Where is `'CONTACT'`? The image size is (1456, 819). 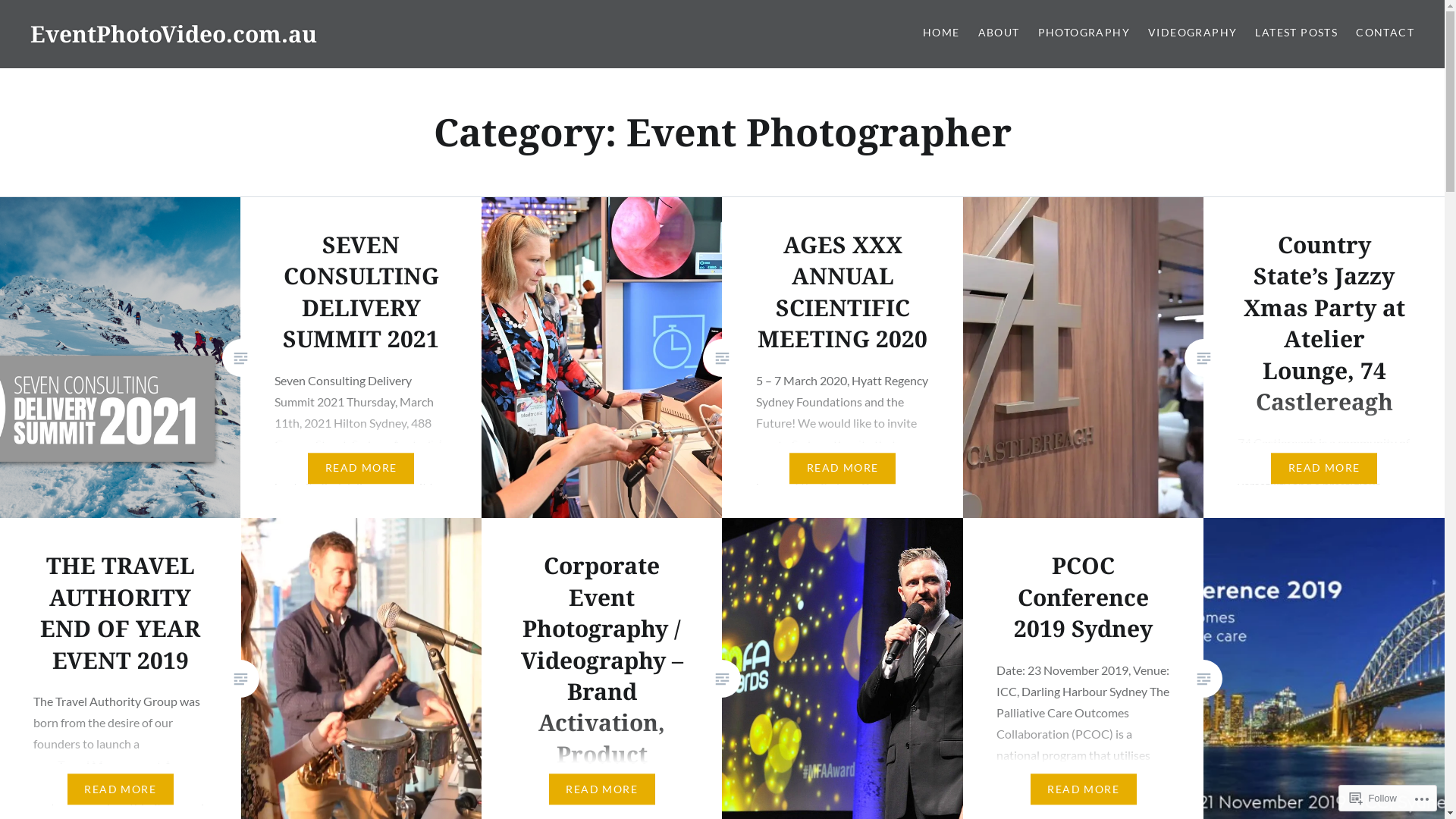 'CONTACT' is located at coordinates (1356, 33).